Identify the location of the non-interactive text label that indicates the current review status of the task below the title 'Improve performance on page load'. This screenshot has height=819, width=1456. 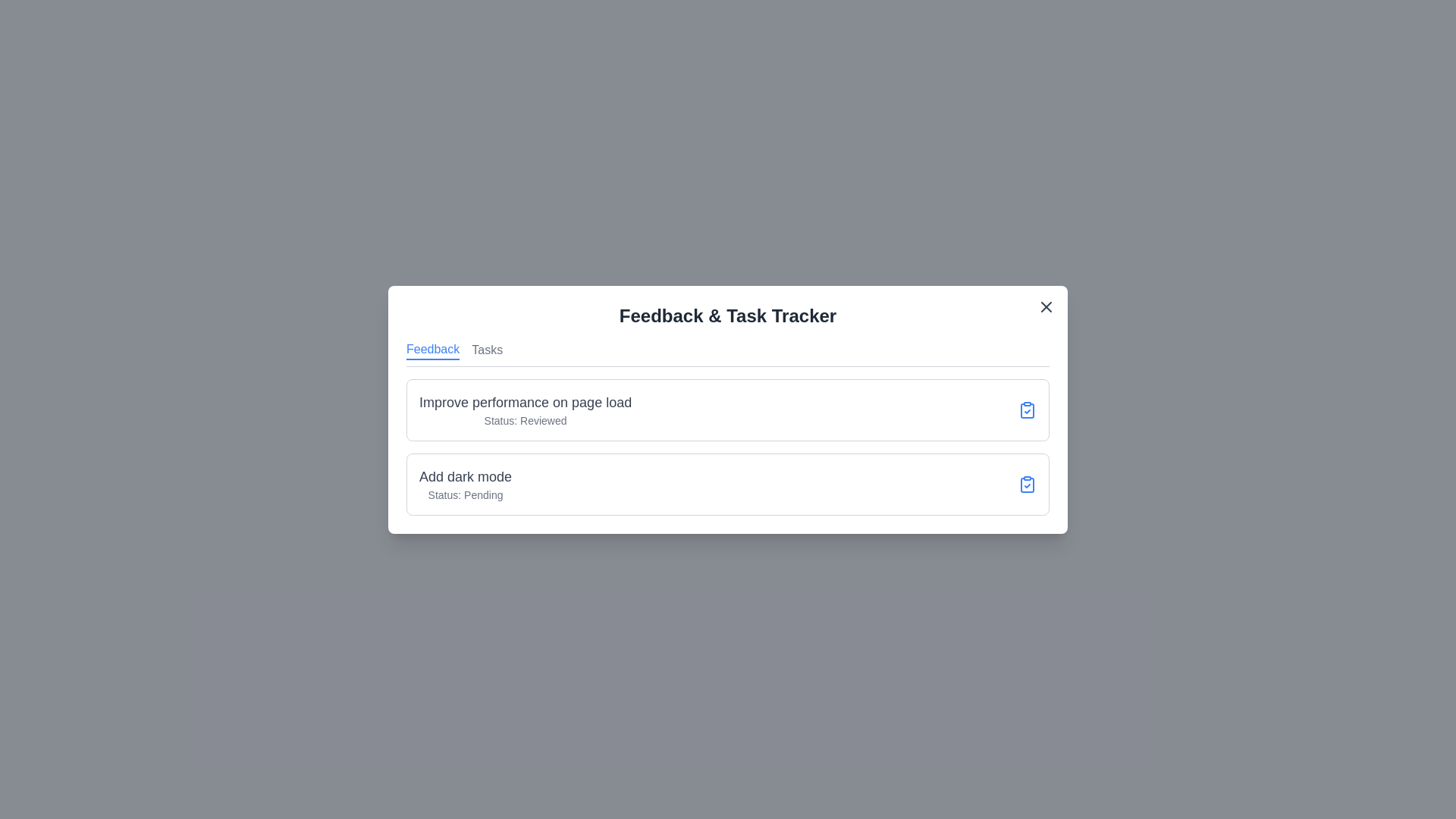
(526, 420).